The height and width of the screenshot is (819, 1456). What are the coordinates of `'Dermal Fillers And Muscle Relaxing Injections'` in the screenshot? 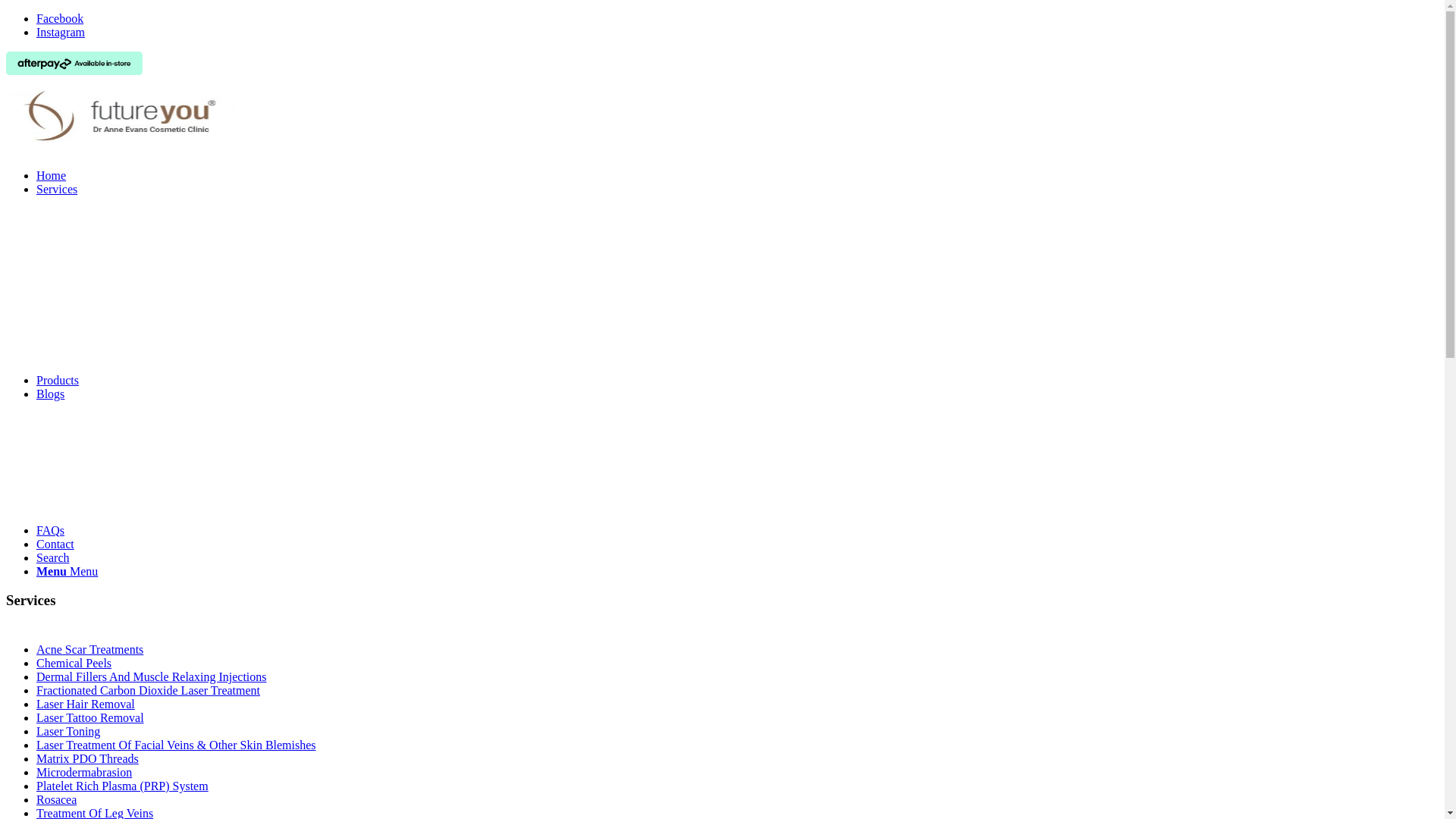 It's located at (152, 676).